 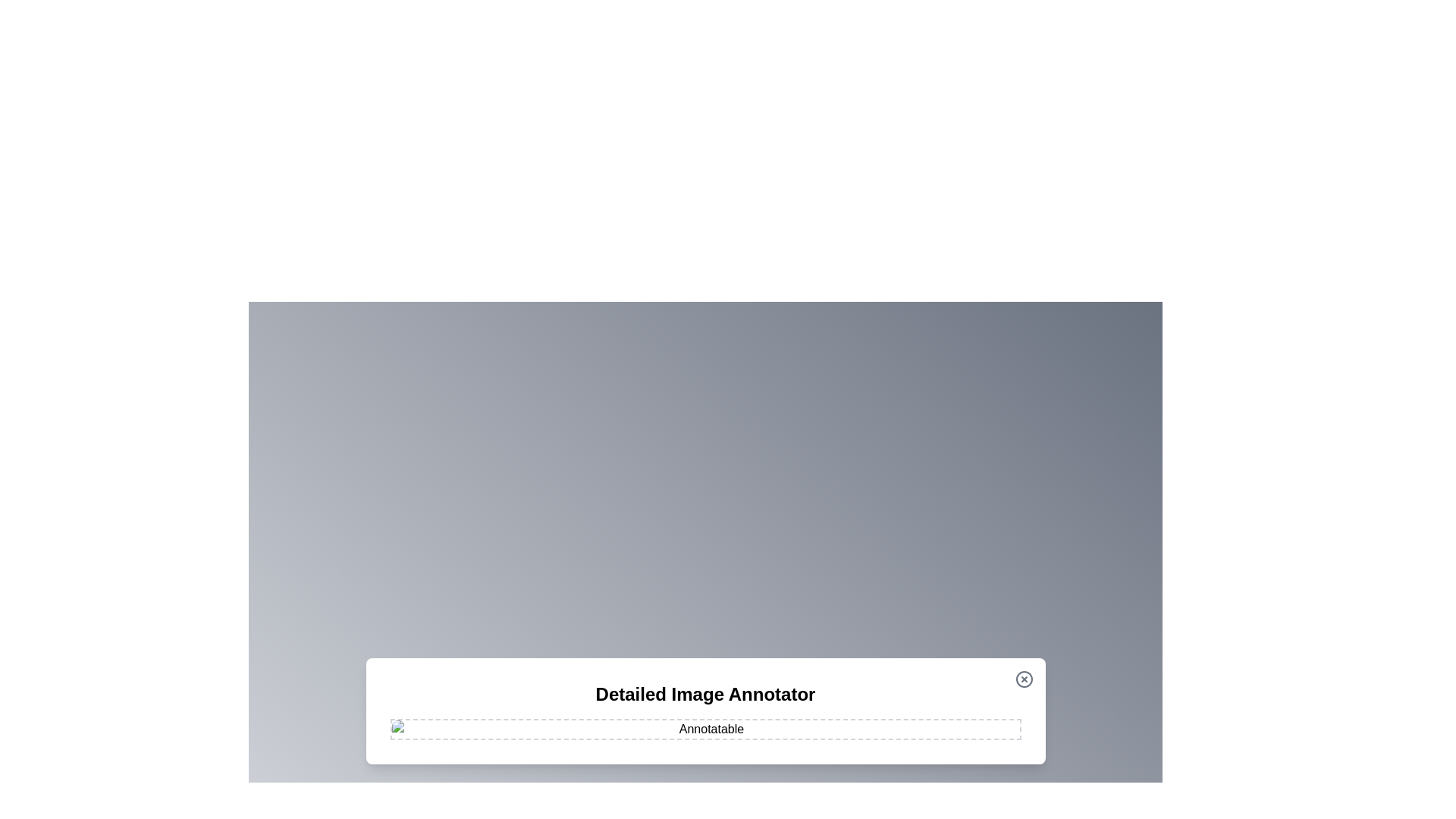 I want to click on the image at coordinates (1237, 962) to add an annotation, so click(x=937, y=728).